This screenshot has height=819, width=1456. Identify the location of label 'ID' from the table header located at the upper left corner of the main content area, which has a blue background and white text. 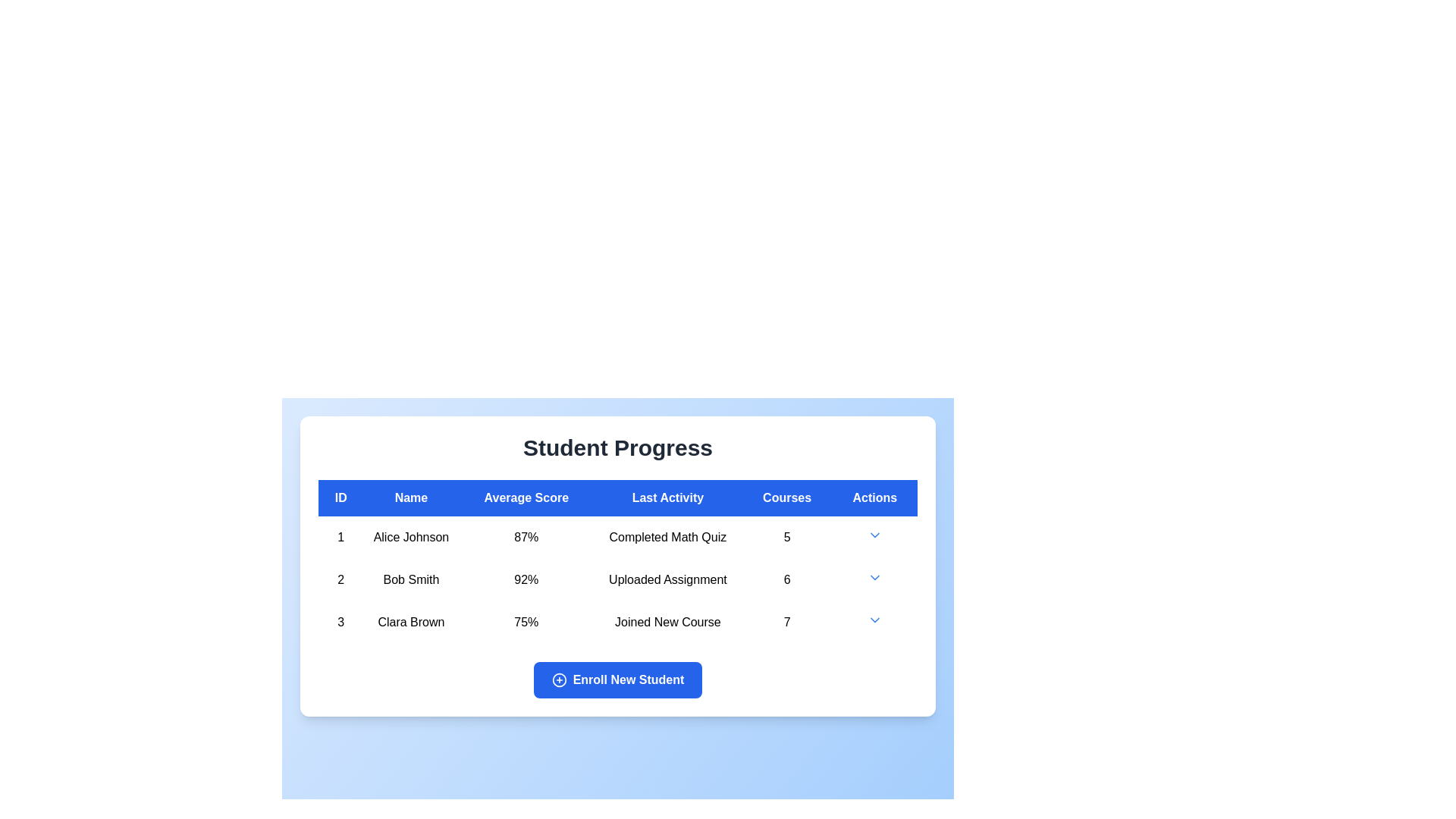
(340, 497).